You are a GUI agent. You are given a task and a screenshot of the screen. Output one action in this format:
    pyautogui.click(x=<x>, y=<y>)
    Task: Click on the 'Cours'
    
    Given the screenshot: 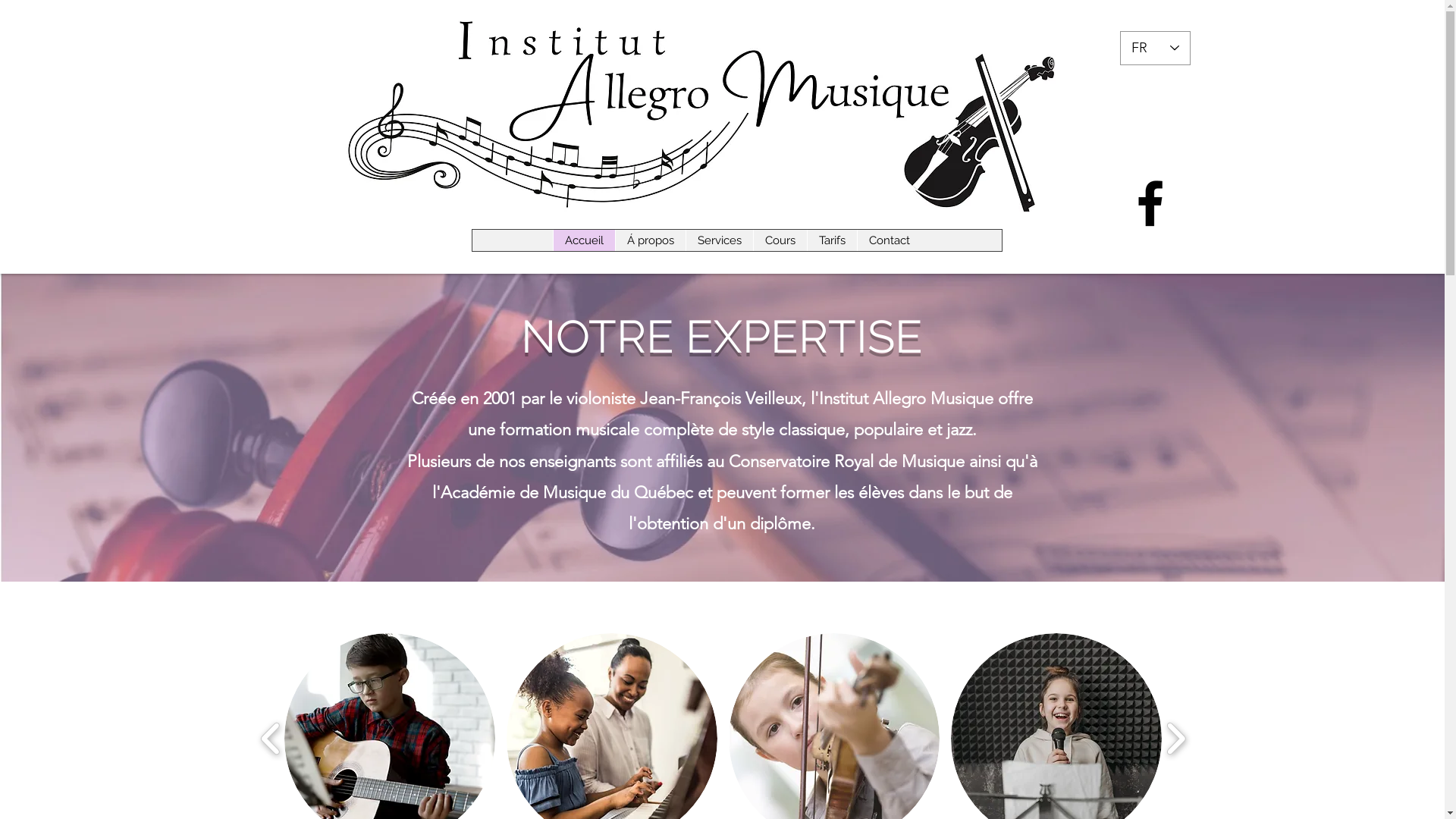 What is the action you would take?
    pyautogui.click(x=779, y=239)
    